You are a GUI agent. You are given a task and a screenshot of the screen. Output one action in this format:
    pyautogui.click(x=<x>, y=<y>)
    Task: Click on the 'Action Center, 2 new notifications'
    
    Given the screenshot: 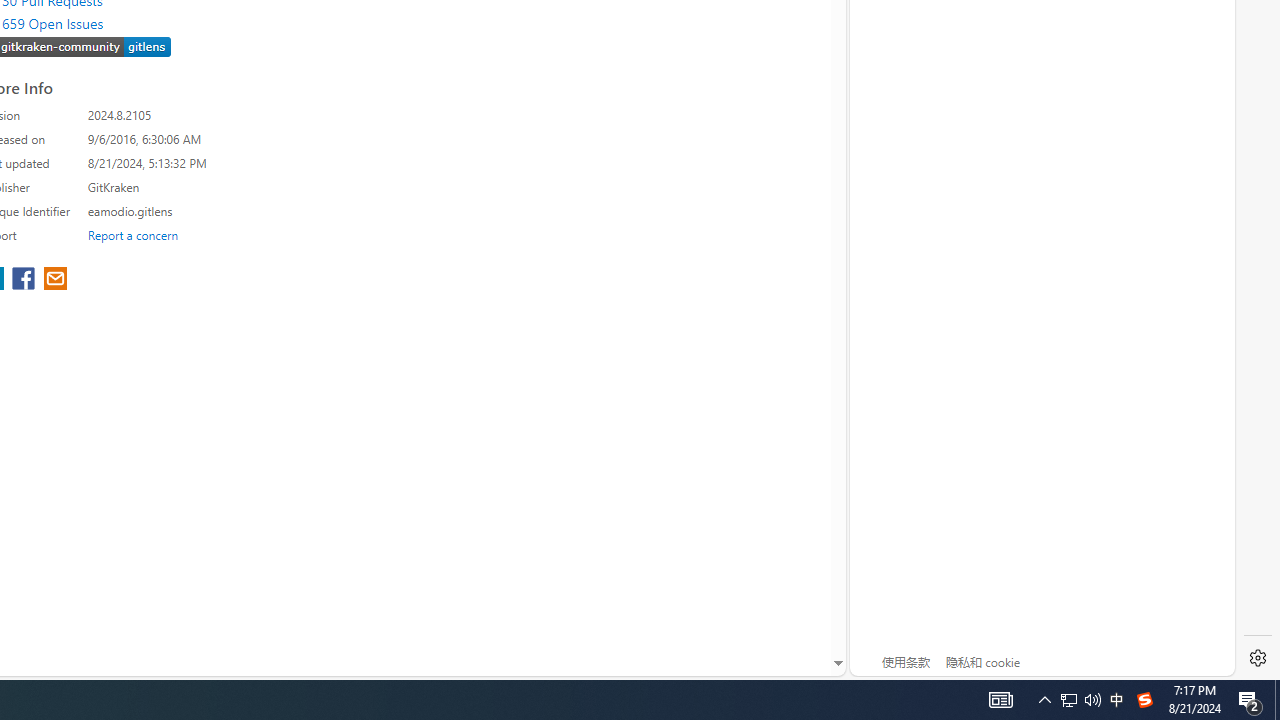 What is the action you would take?
    pyautogui.click(x=1250, y=698)
    